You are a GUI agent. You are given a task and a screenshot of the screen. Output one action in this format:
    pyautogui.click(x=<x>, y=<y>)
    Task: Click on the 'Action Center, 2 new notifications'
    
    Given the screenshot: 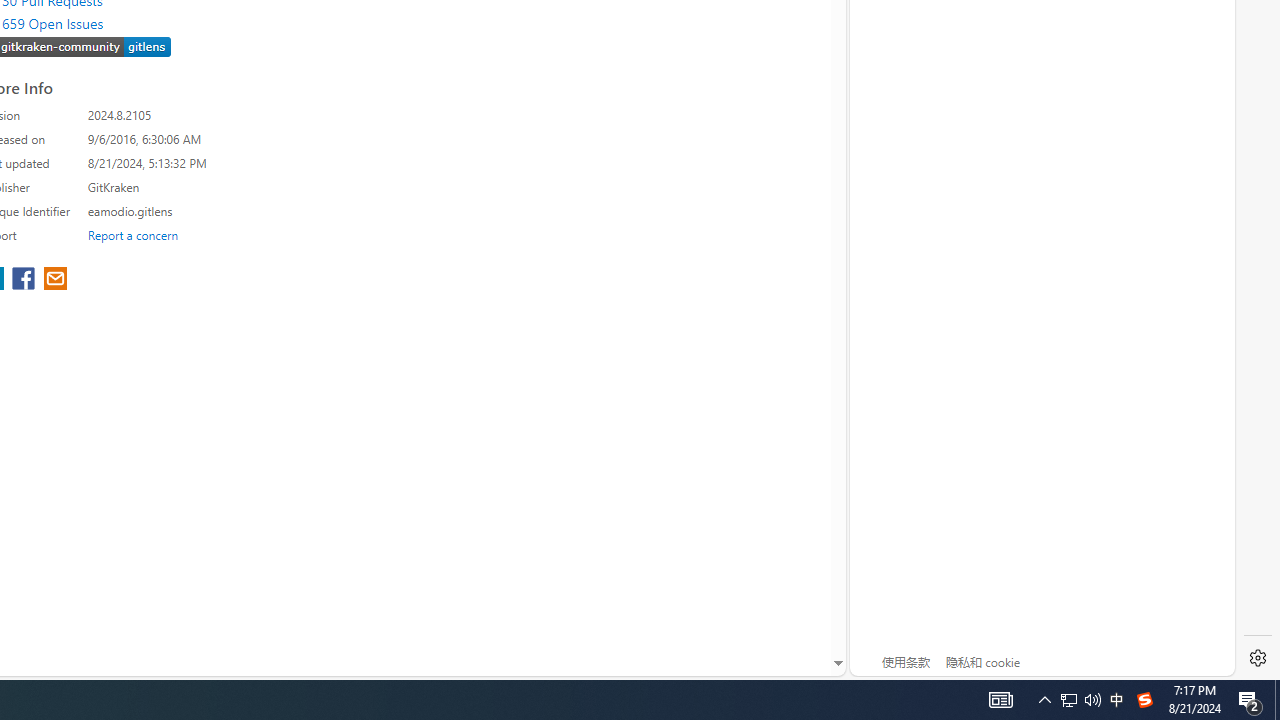 What is the action you would take?
    pyautogui.click(x=1250, y=698)
    